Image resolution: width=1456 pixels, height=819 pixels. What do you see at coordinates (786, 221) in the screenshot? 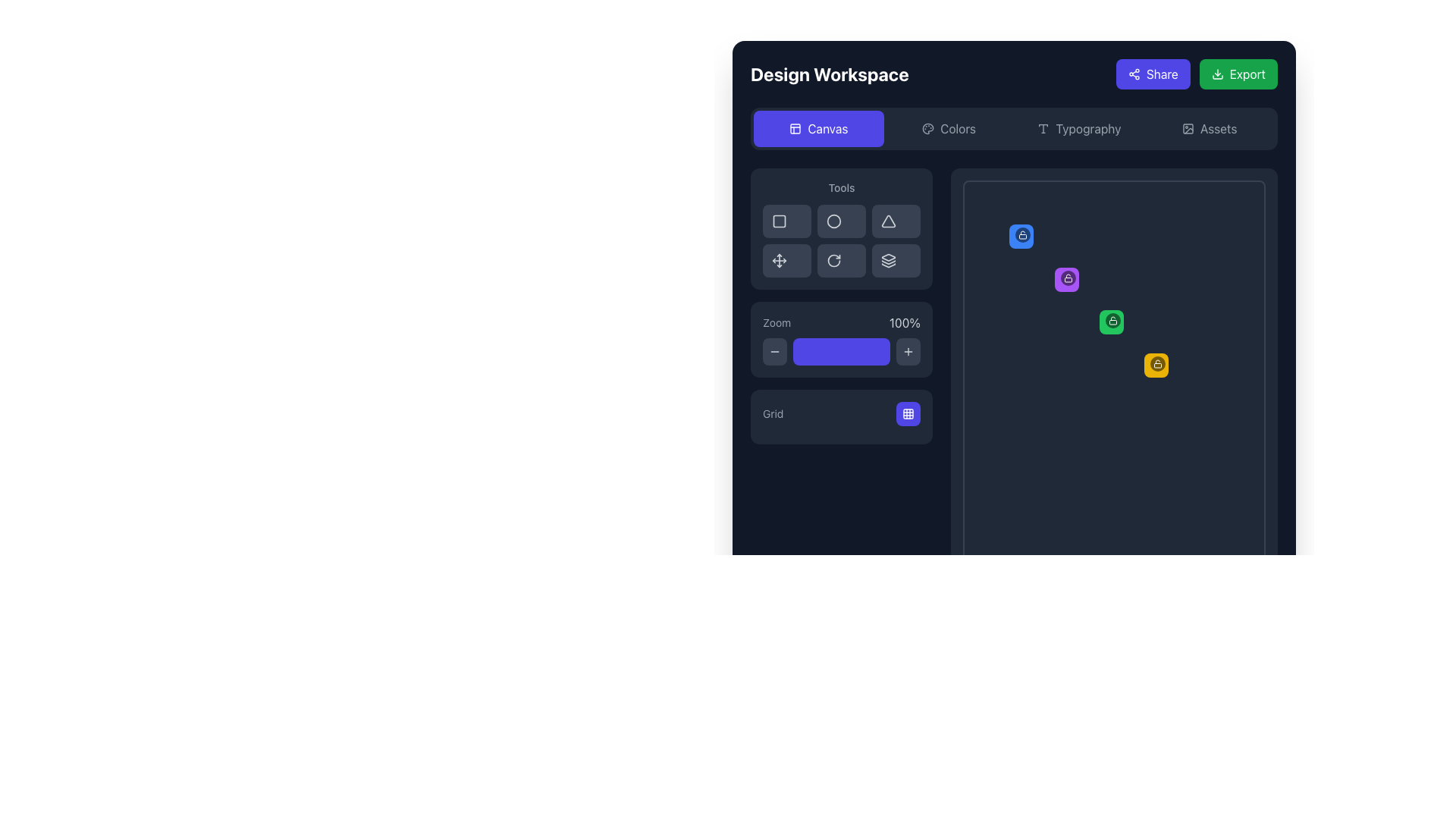
I see `the button in the first column and first row of the Tools section` at bounding box center [786, 221].